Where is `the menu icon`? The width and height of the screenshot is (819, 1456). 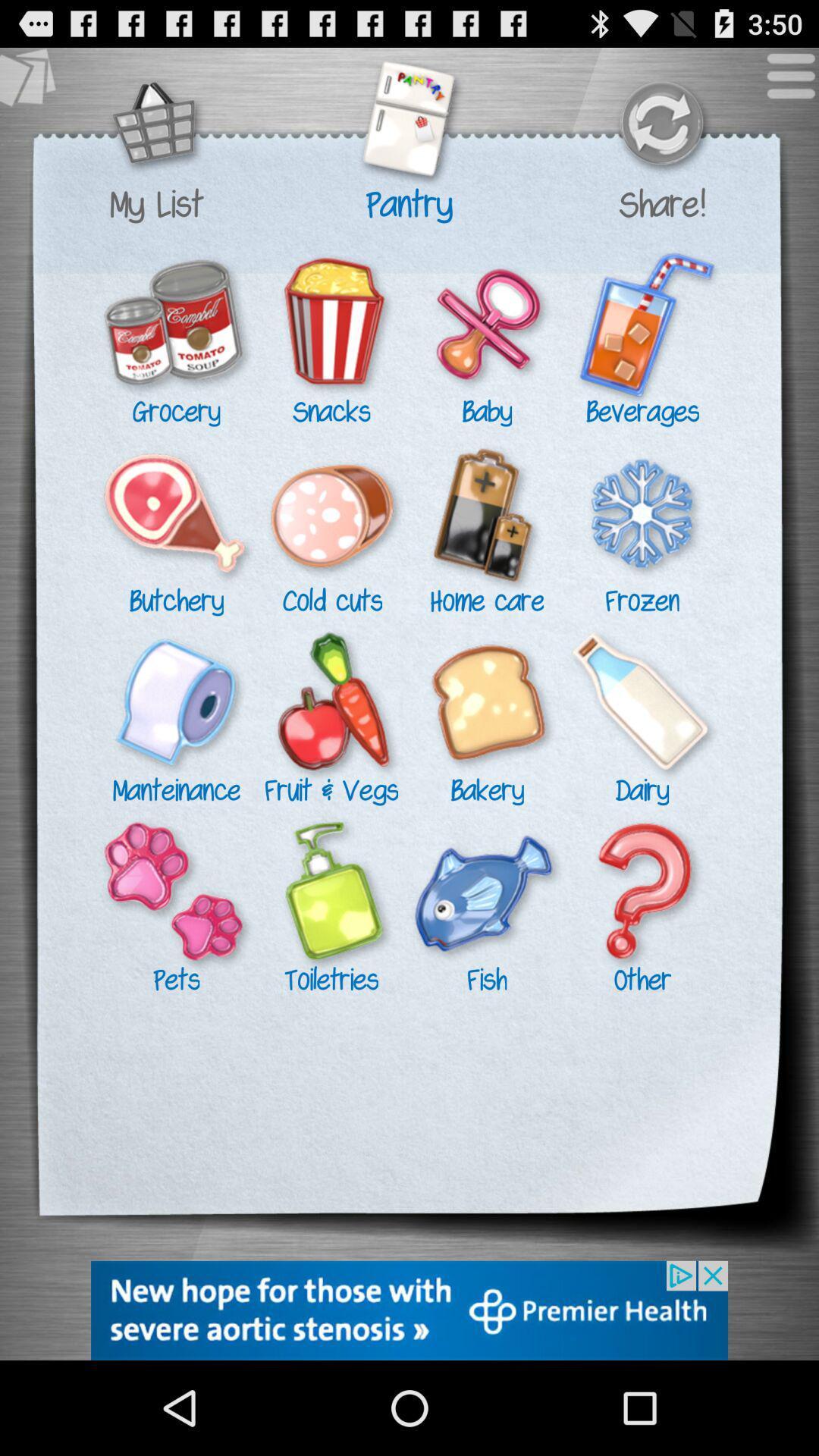 the menu icon is located at coordinates (783, 89).